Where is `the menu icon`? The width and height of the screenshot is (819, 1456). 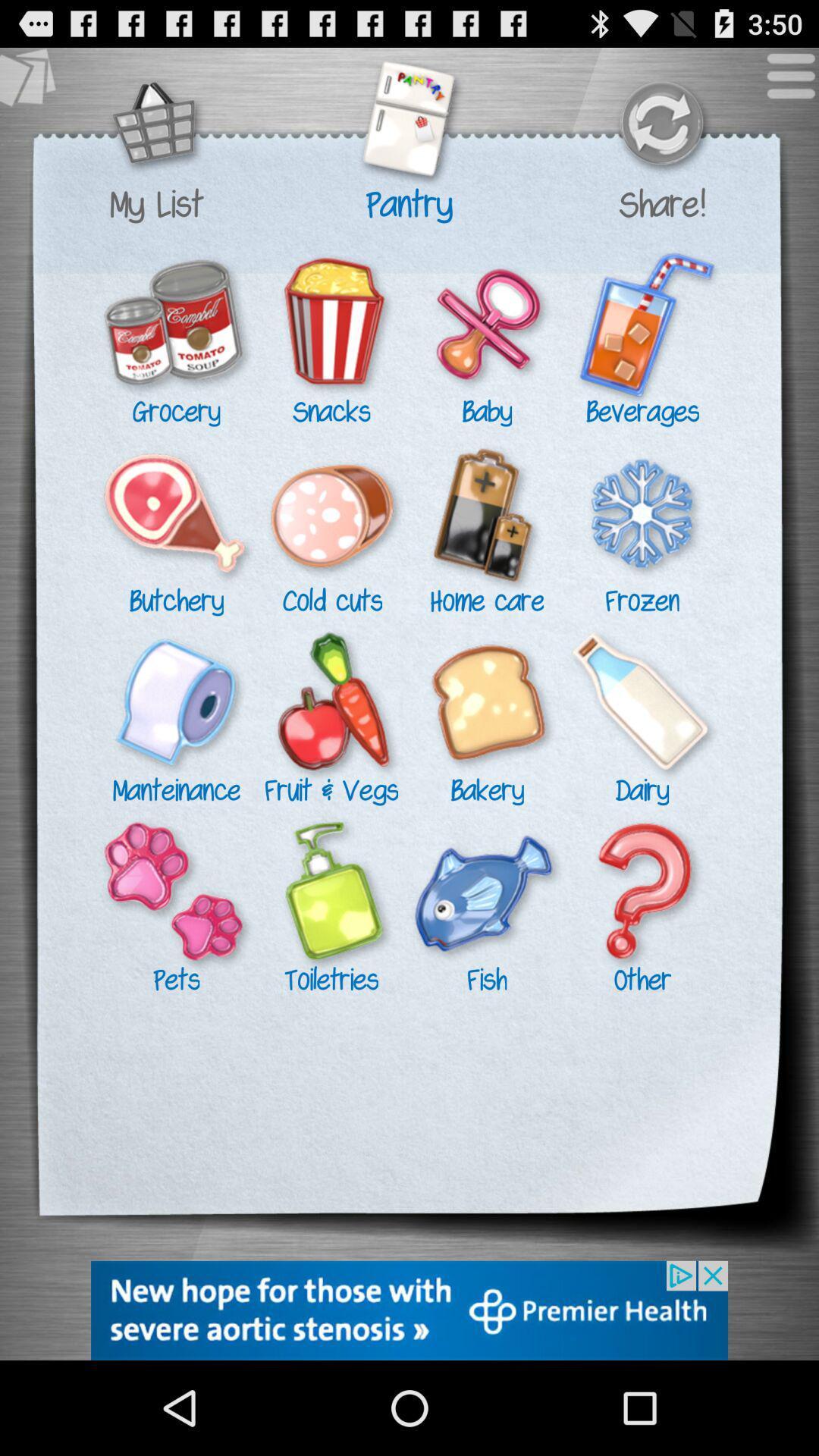 the menu icon is located at coordinates (783, 89).